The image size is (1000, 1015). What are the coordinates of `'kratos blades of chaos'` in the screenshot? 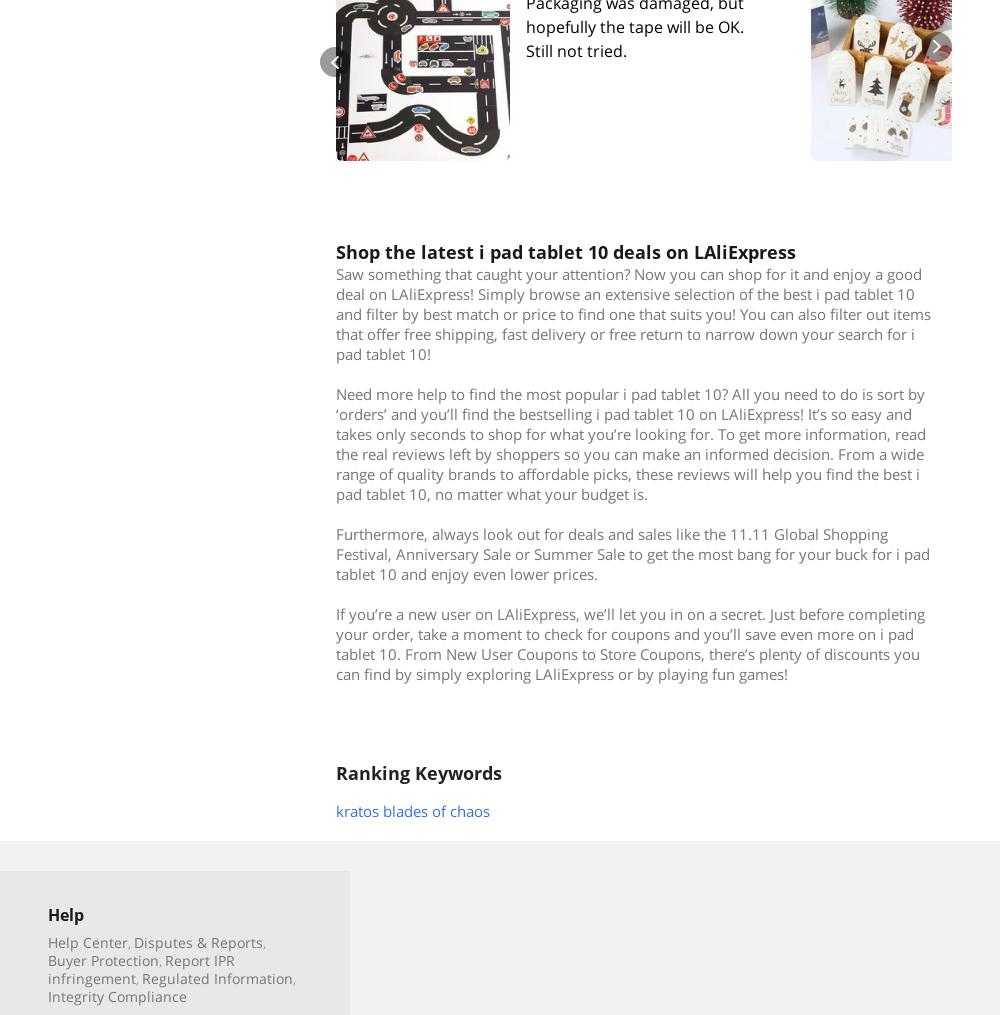 It's located at (413, 809).